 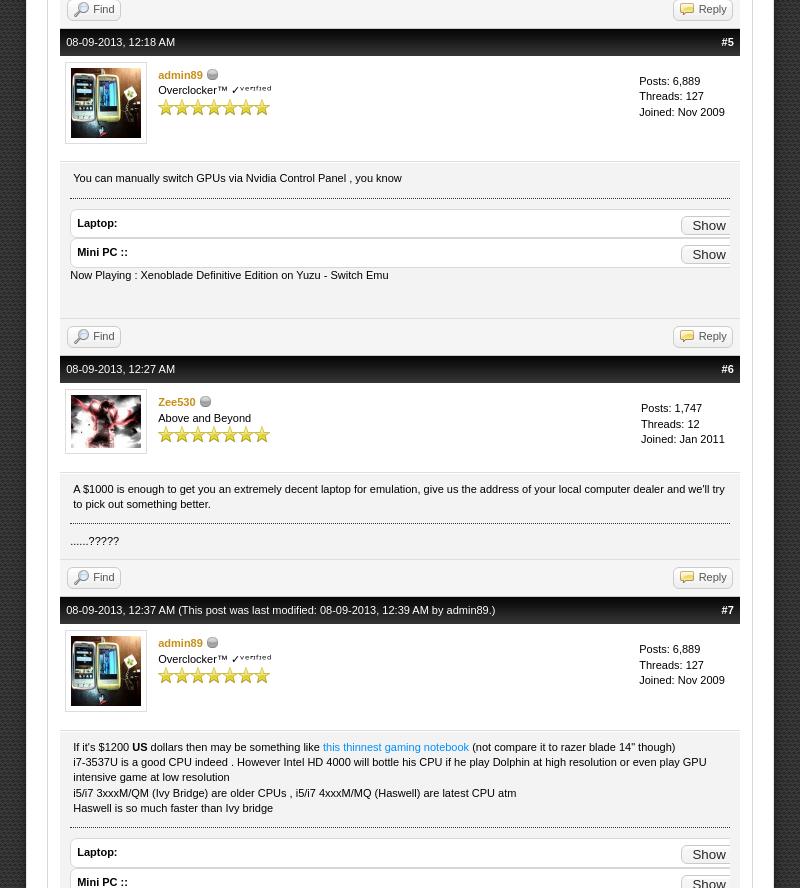 I want to click on 'i5/i7 3xxxM/QM (Ivy Bridge) are older CPUs , i5/i7 4xxxM/MQ (Haswell) are latest CPU atm', so click(x=294, y=792).